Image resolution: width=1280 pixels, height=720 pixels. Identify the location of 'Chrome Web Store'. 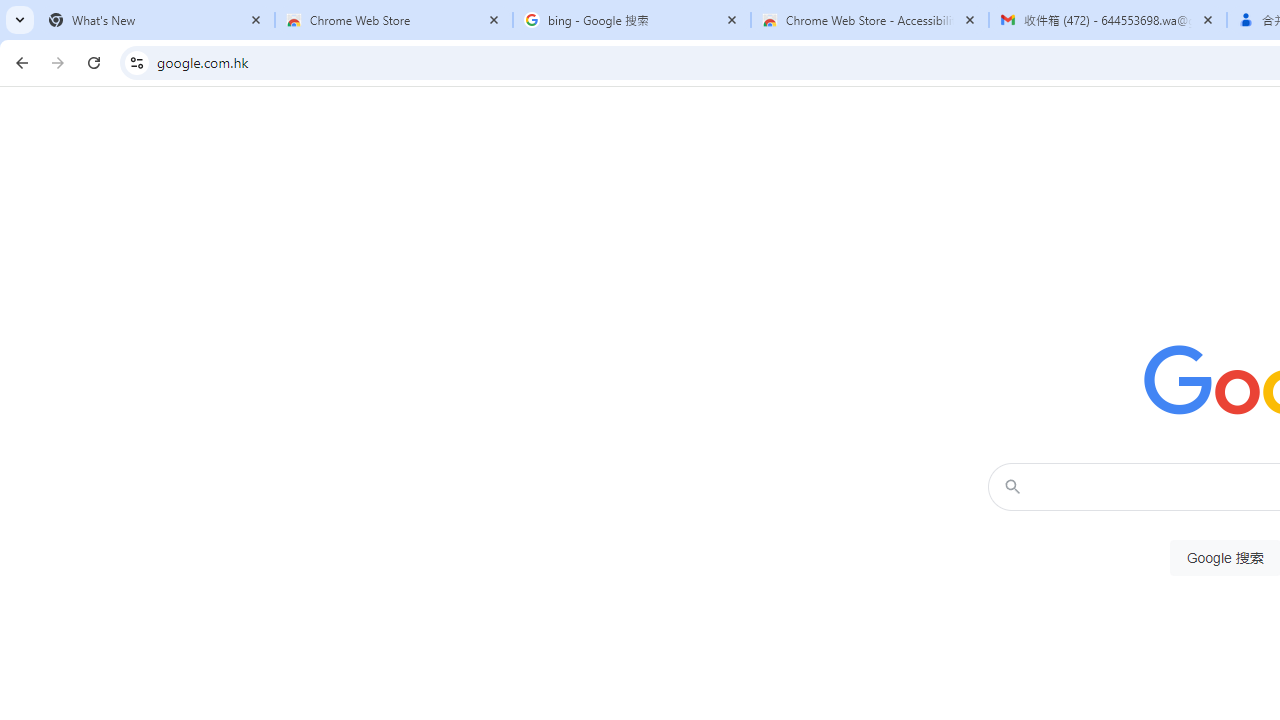
(394, 20).